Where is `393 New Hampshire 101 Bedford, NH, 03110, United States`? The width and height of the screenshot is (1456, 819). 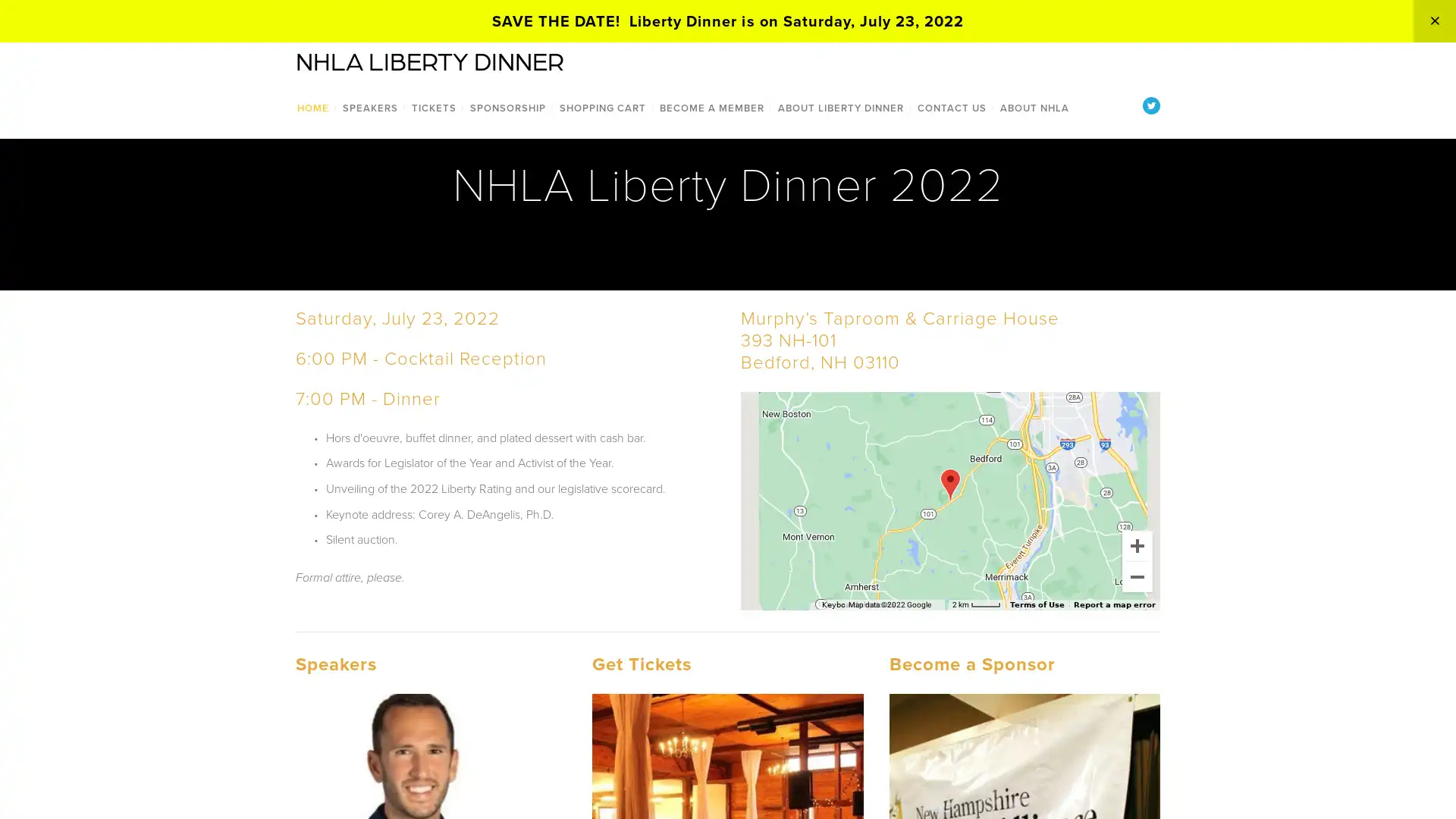 393 New Hampshire 101 Bedford, NH, 03110, United States is located at coordinates (949, 484).